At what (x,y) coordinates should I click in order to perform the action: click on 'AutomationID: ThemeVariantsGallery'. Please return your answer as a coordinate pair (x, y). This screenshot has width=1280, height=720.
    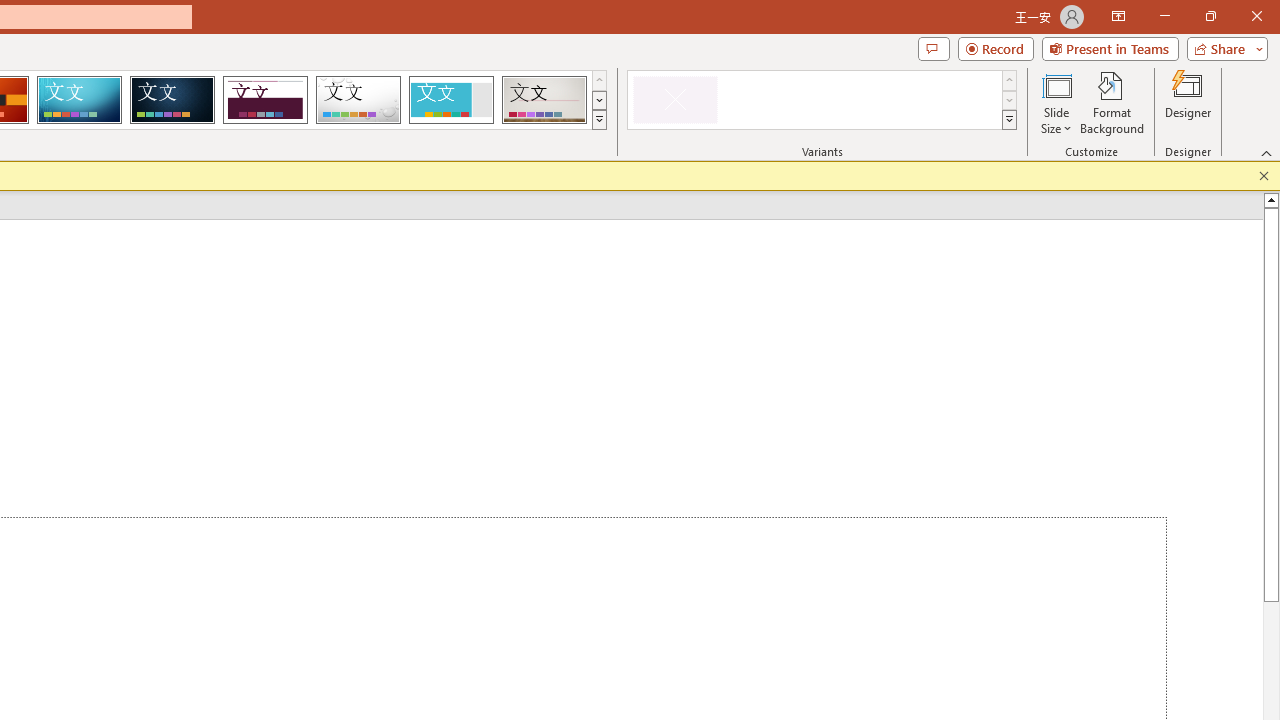
    Looking at the image, I should click on (823, 100).